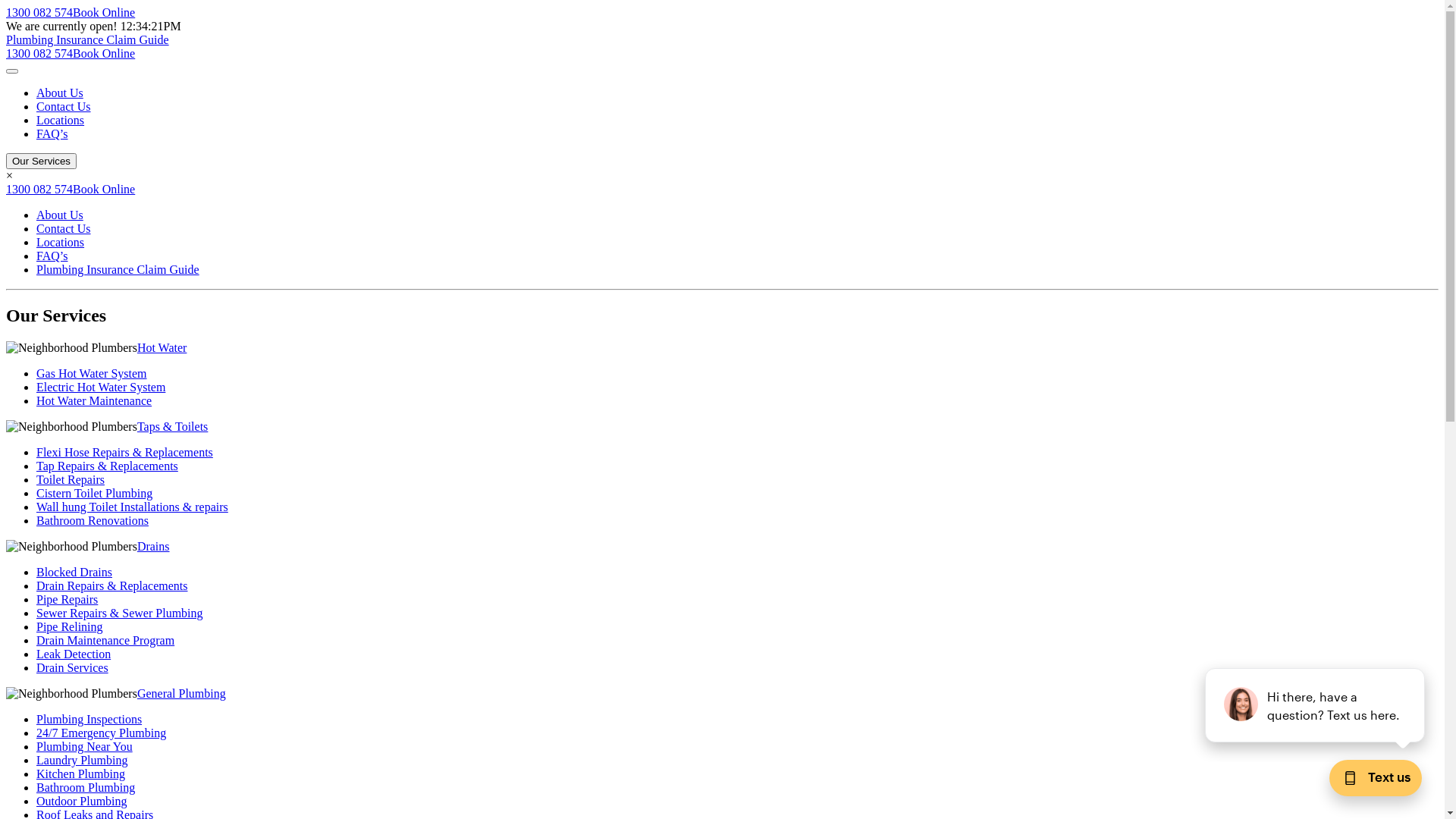 The image size is (1456, 819). What do you see at coordinates (83, 745) in the screenshot?
I see `'Plumbing Near You'` at bounding box center [83, 745].